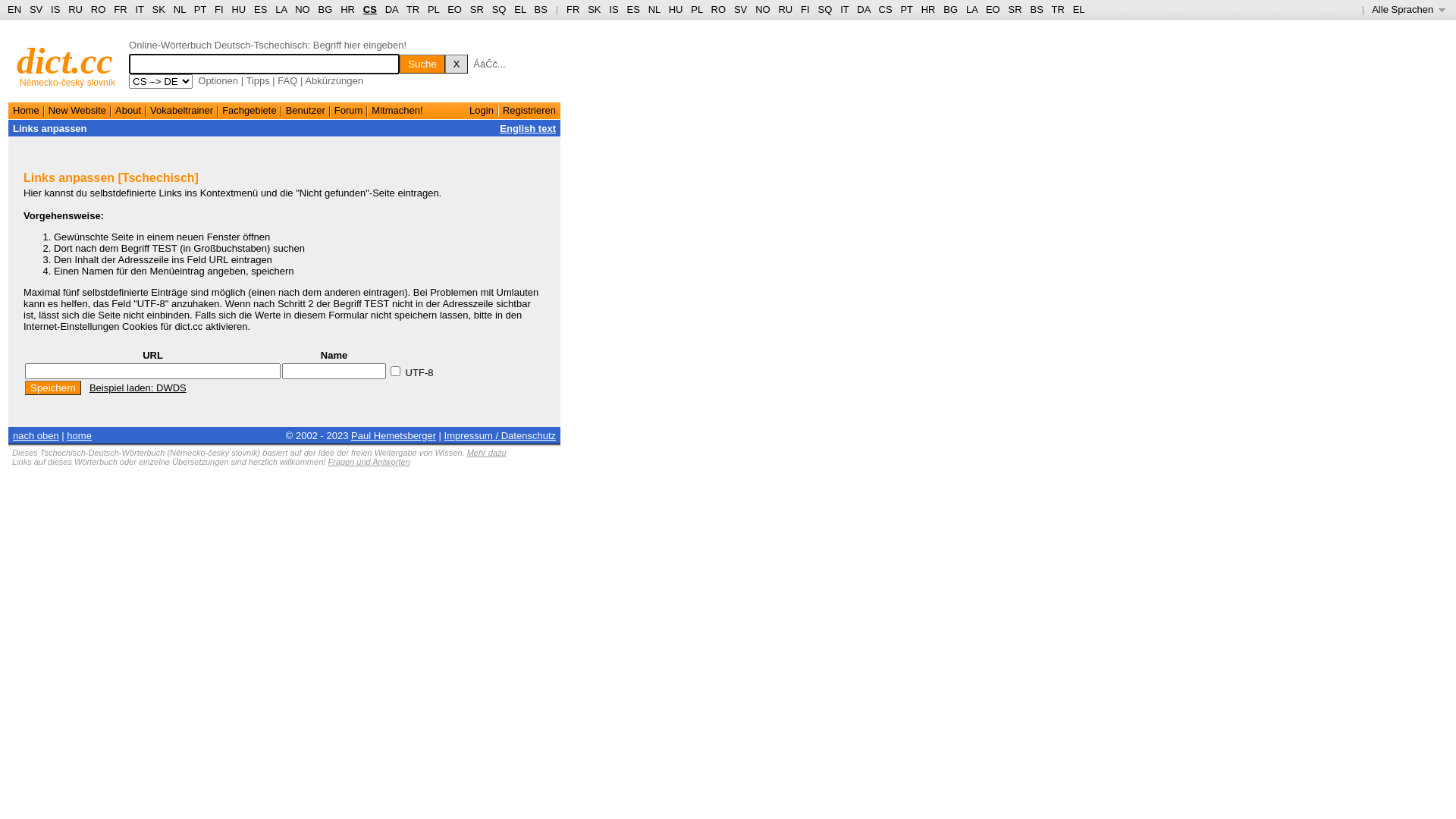 This screenshot has height=819, width=1456. I want to click on 'Login', so click(480, 109).